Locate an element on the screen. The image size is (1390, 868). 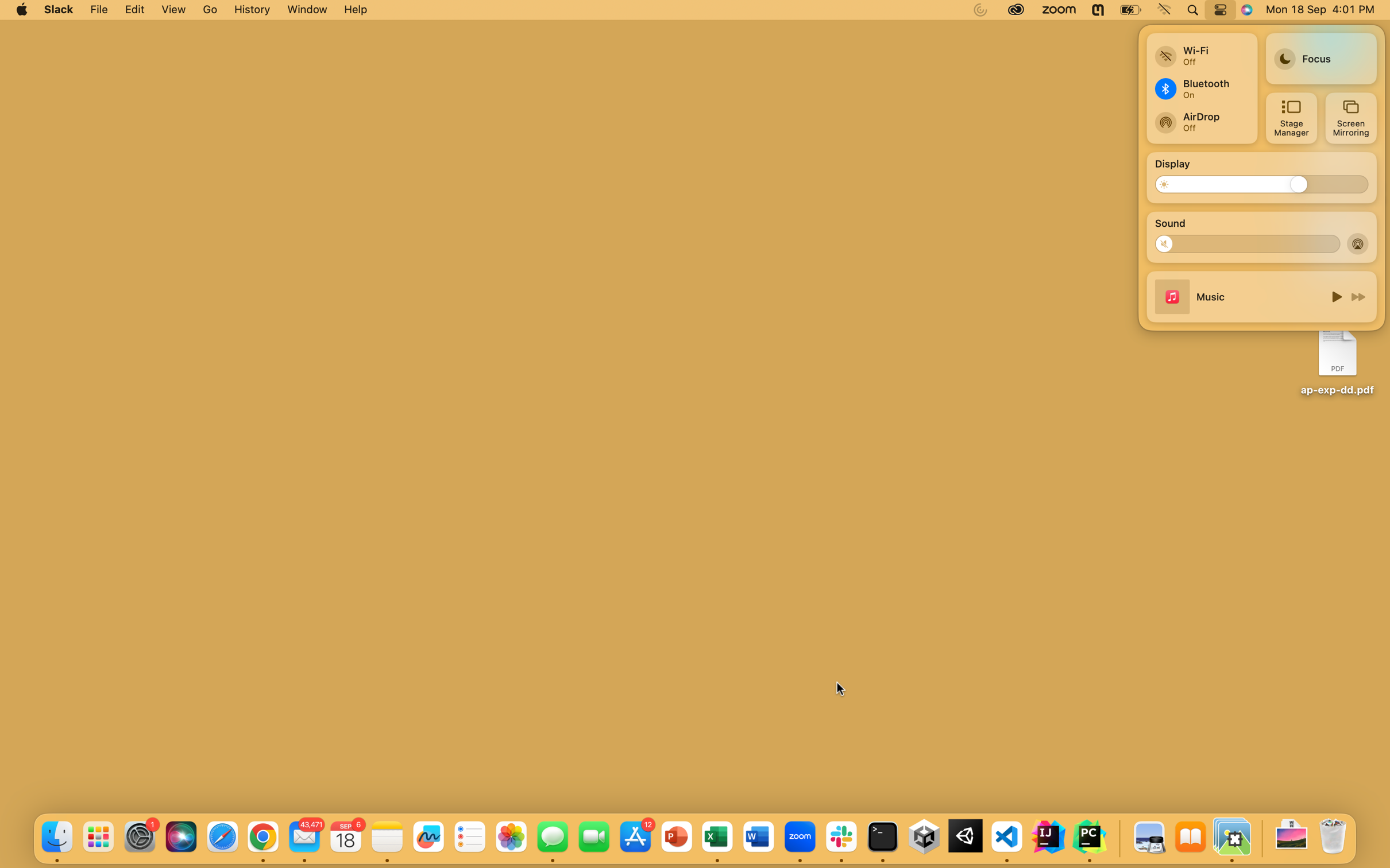
Disconnect from a wireless network is located at coordinates (1200, 51).